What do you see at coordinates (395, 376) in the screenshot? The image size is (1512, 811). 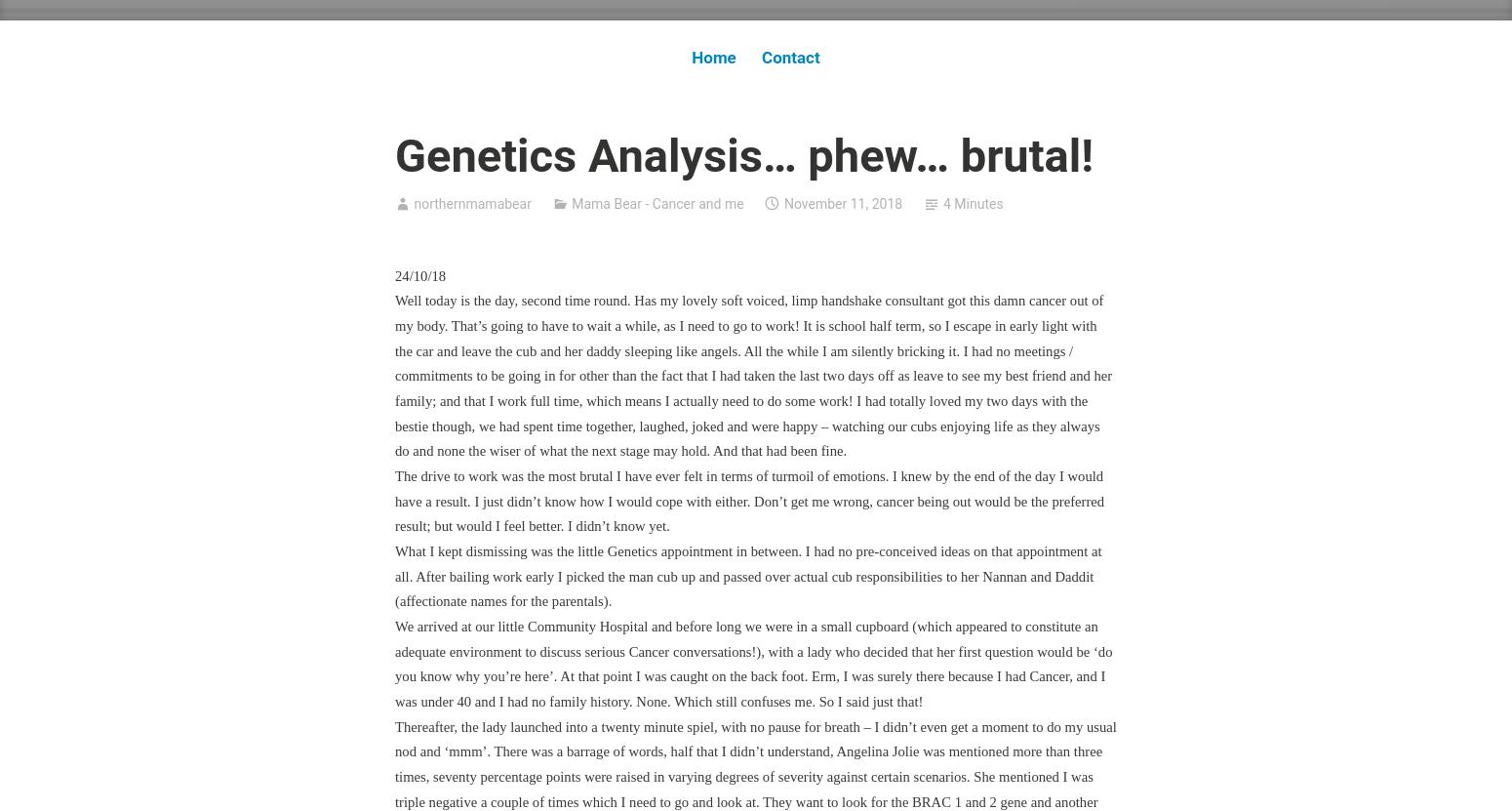 I see `'Well today is the day, second time round. Has my lovely soft voiced, limp handshake consultant got this damn cancer out of my body. That’s going to have to wait a while, as I need to go to work! It is school half term, so I escape in early light with the car and leave the cub and her daddy sleeping like angels. All the while I am silently bricking it. I had no meetings / commitments to be going in for other than the fact that I had taken the last two days off as leave to see my best friend and her family; and that I work full time, which means I actually need to do some work! I had totally loved my two days with the bestie though, we had spent time together, laughed, joked and were happy – watching our cubs enjoying life as they always do and none the wiser of what the next stage may hold. And that had been fine.'` at bounding box center [395, 376].